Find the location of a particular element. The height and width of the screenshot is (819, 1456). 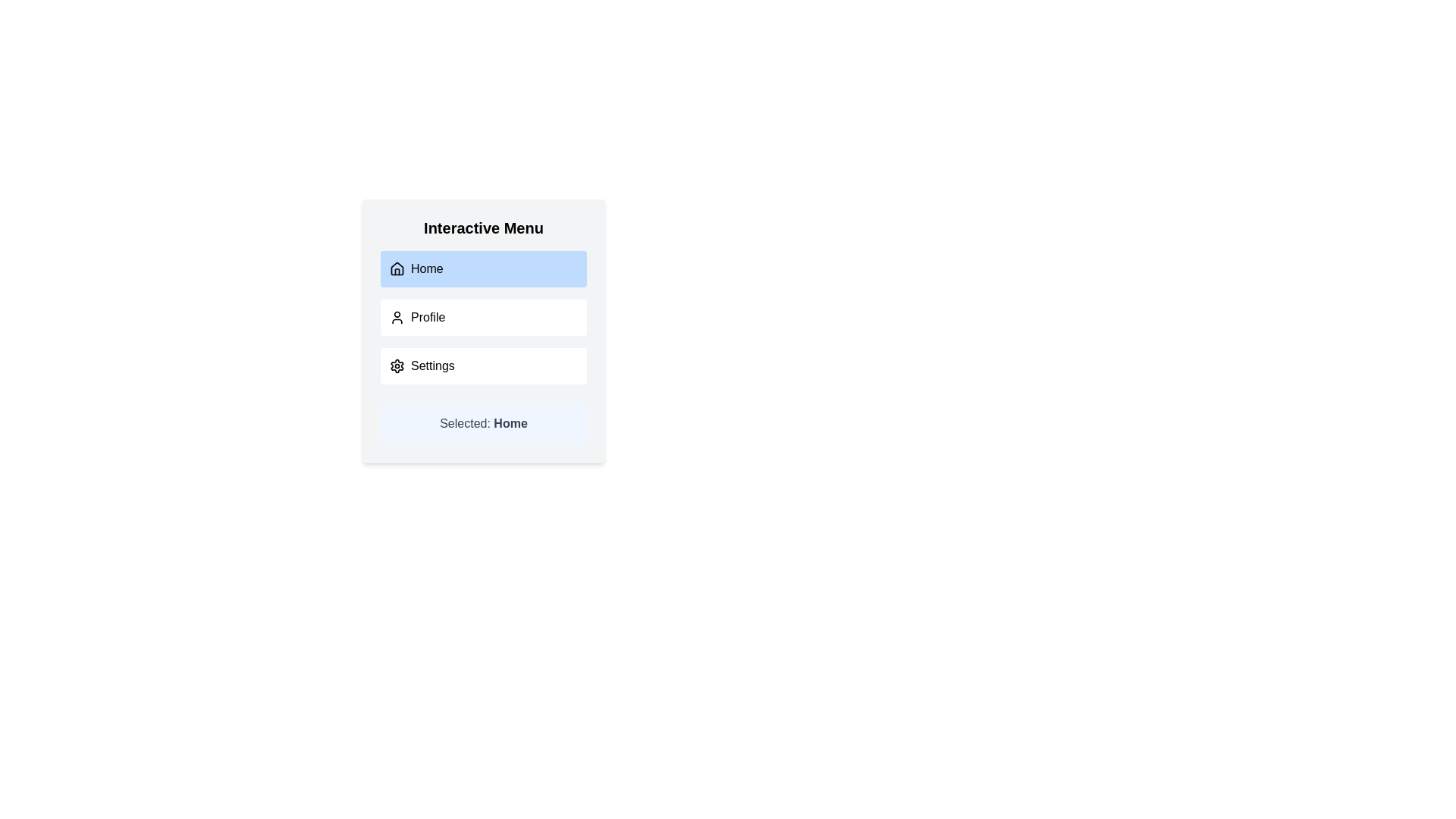

the 'Profile' text label in the interactive menu is located at coordinates (427, 317).